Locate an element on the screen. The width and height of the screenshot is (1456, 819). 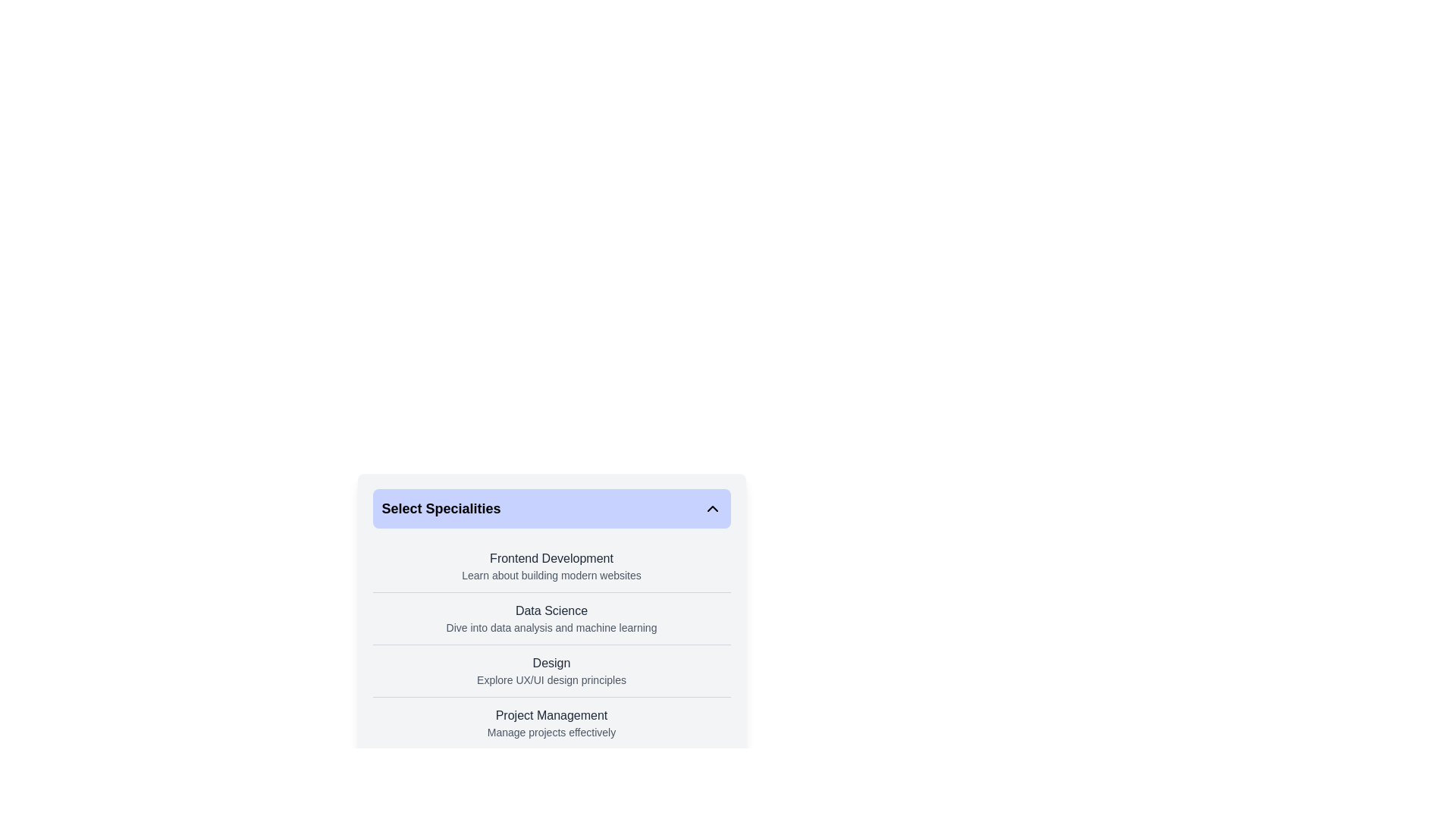
the Chevron or dropdown icon located on the right side of the horizontal blue bar labeled 'Select Specialities' is located at coordinates (711, 509).